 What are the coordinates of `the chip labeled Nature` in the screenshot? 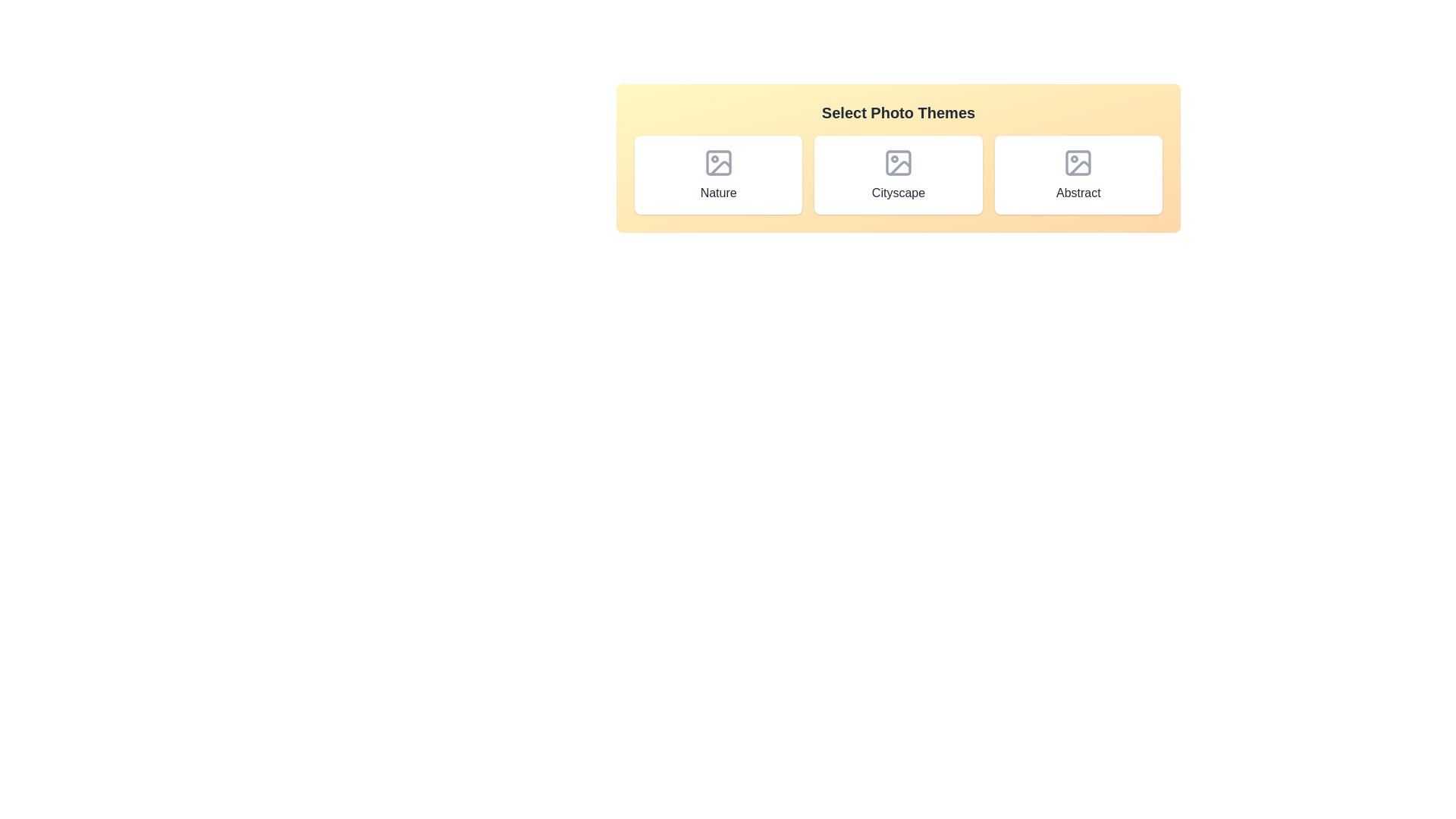 It's located at (717, 174).